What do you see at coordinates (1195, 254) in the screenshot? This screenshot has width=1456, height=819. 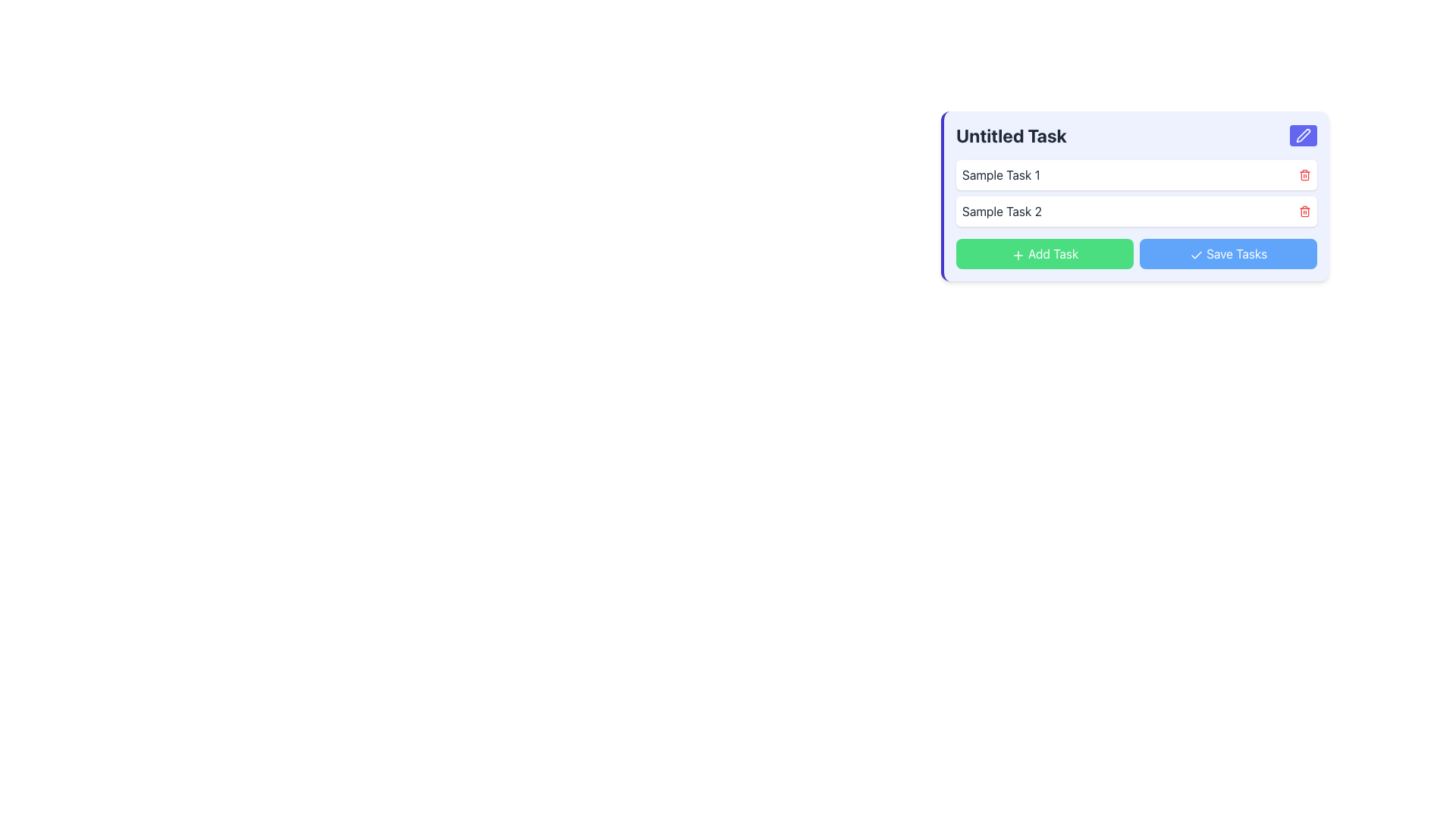 I see `the 'Save Tasks' button which contains the SVG checkmark icon located at the lower right of the task management card` at bounding box center [1195, 254].